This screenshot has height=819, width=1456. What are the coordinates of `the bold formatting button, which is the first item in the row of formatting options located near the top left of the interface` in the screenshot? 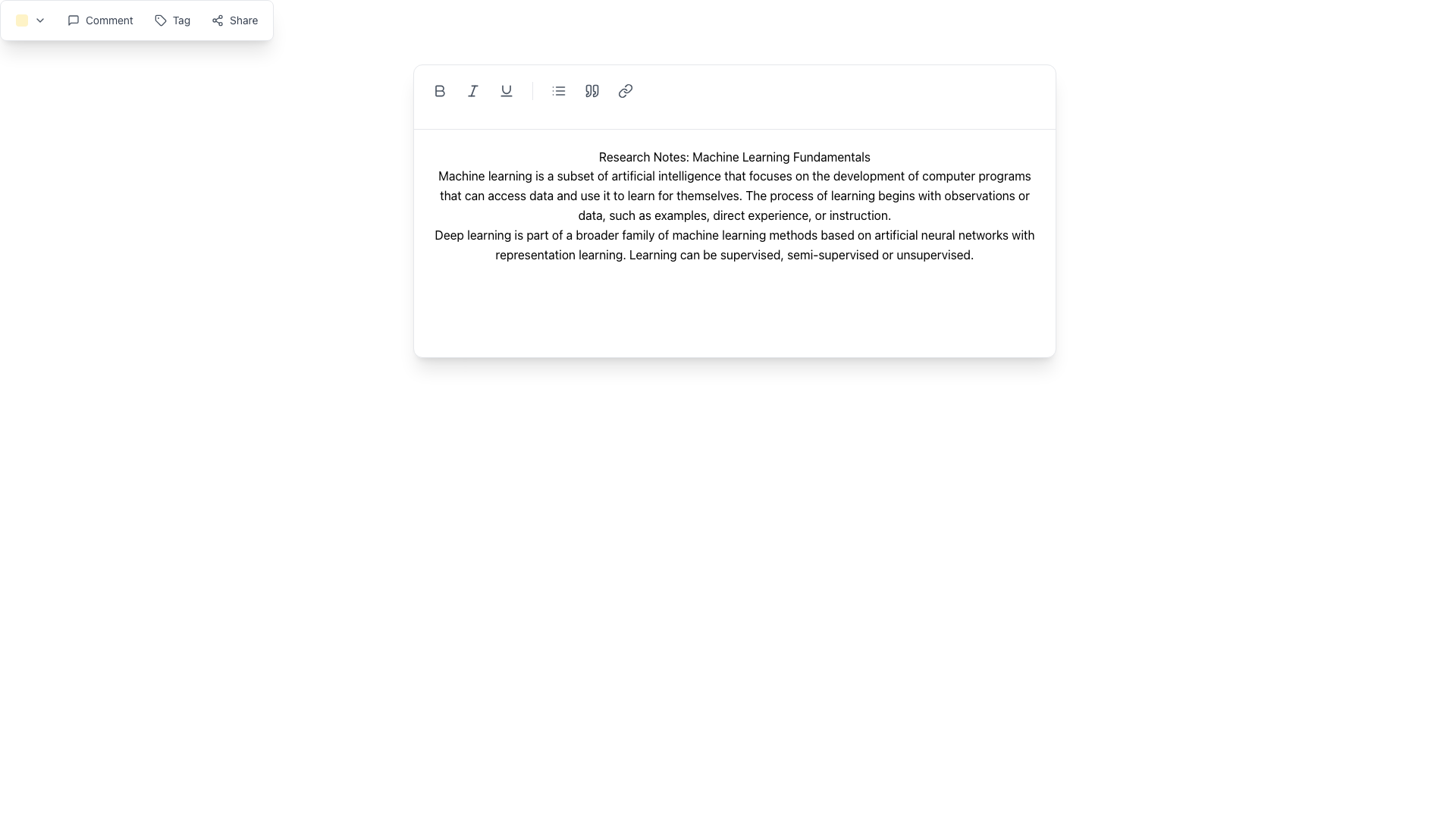 It's located at (439, 90).